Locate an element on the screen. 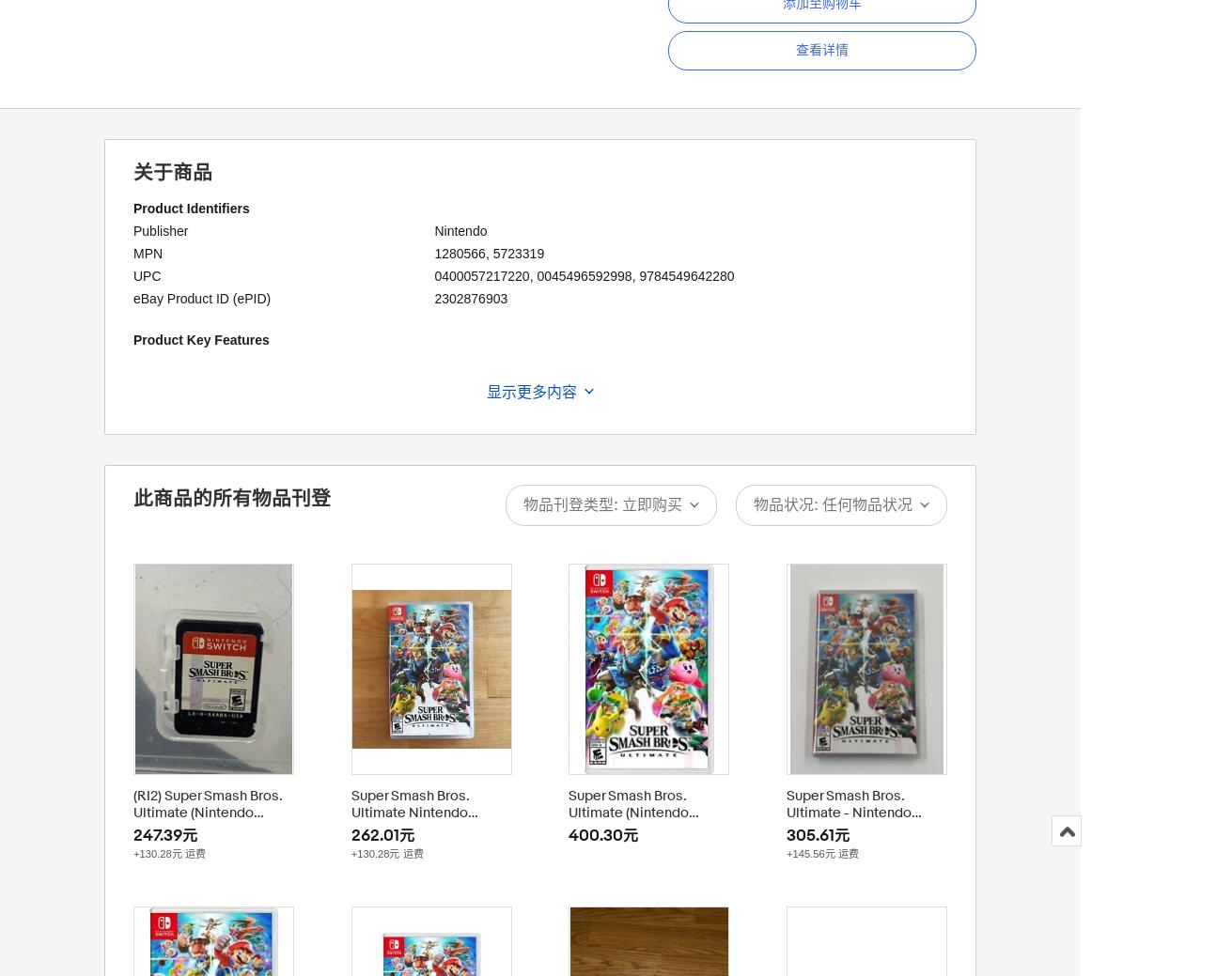 The height and width of the screenshot is (976, 1232). 'Rating' is located at coordinates (151, 405).